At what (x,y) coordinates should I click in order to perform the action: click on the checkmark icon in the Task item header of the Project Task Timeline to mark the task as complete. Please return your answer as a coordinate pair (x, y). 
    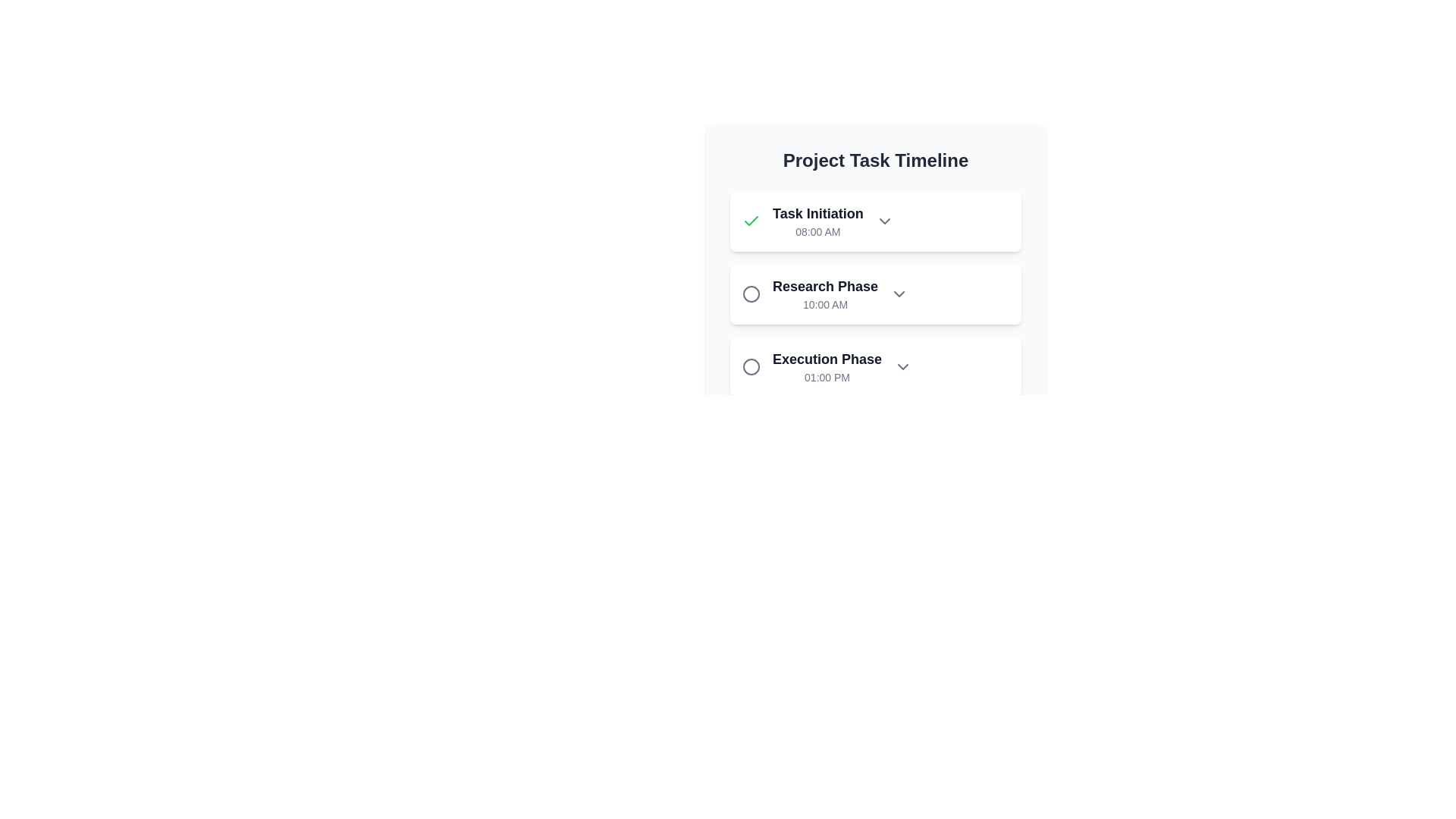
    Looking at the image, I should click on (876, 221).